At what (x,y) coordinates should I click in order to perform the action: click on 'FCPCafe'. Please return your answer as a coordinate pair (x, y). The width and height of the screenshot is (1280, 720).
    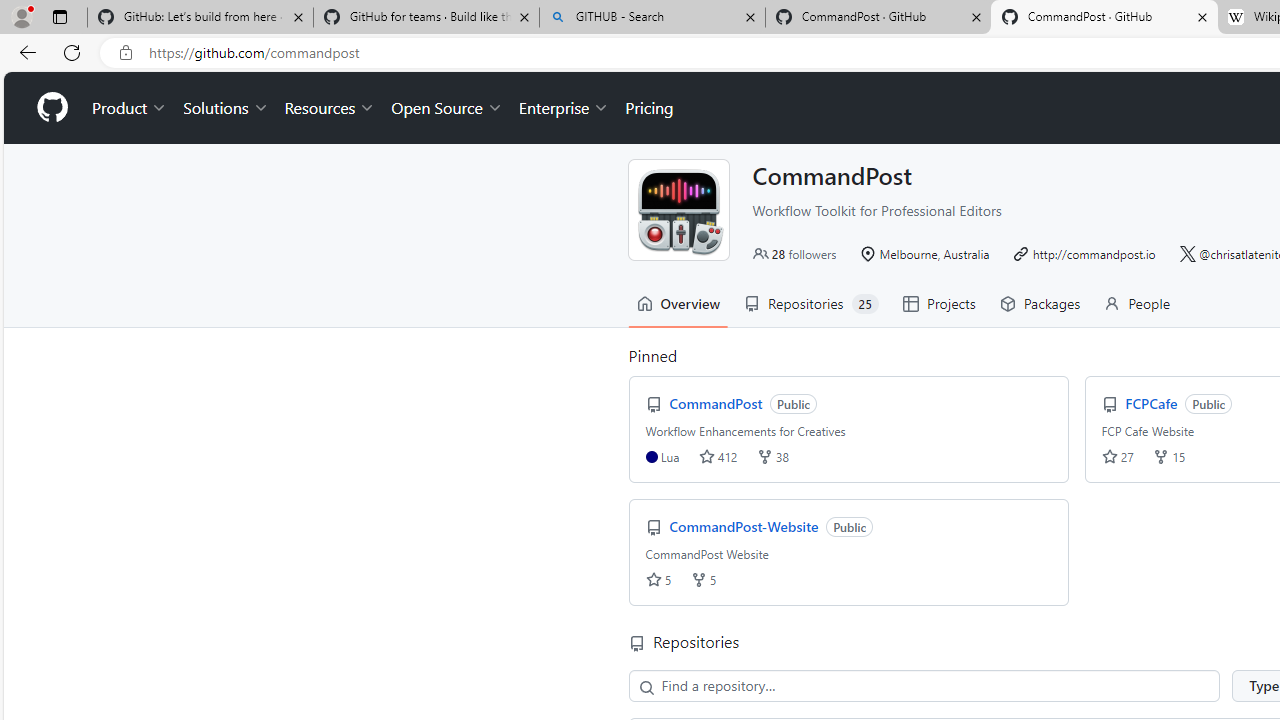
    Looking at the image, I should click on (1153, 403).